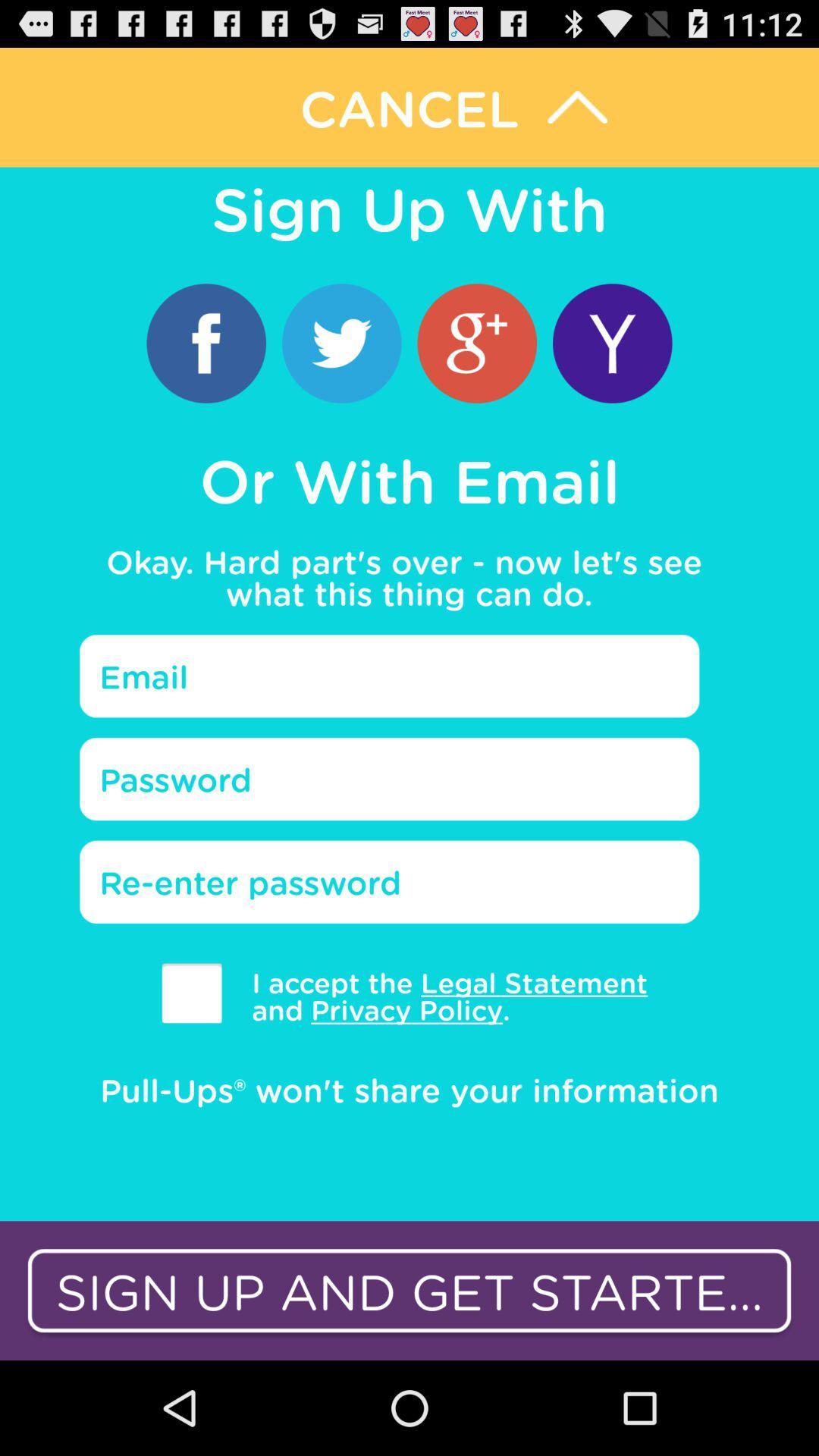  I want to click on password again, so click(388, 882).